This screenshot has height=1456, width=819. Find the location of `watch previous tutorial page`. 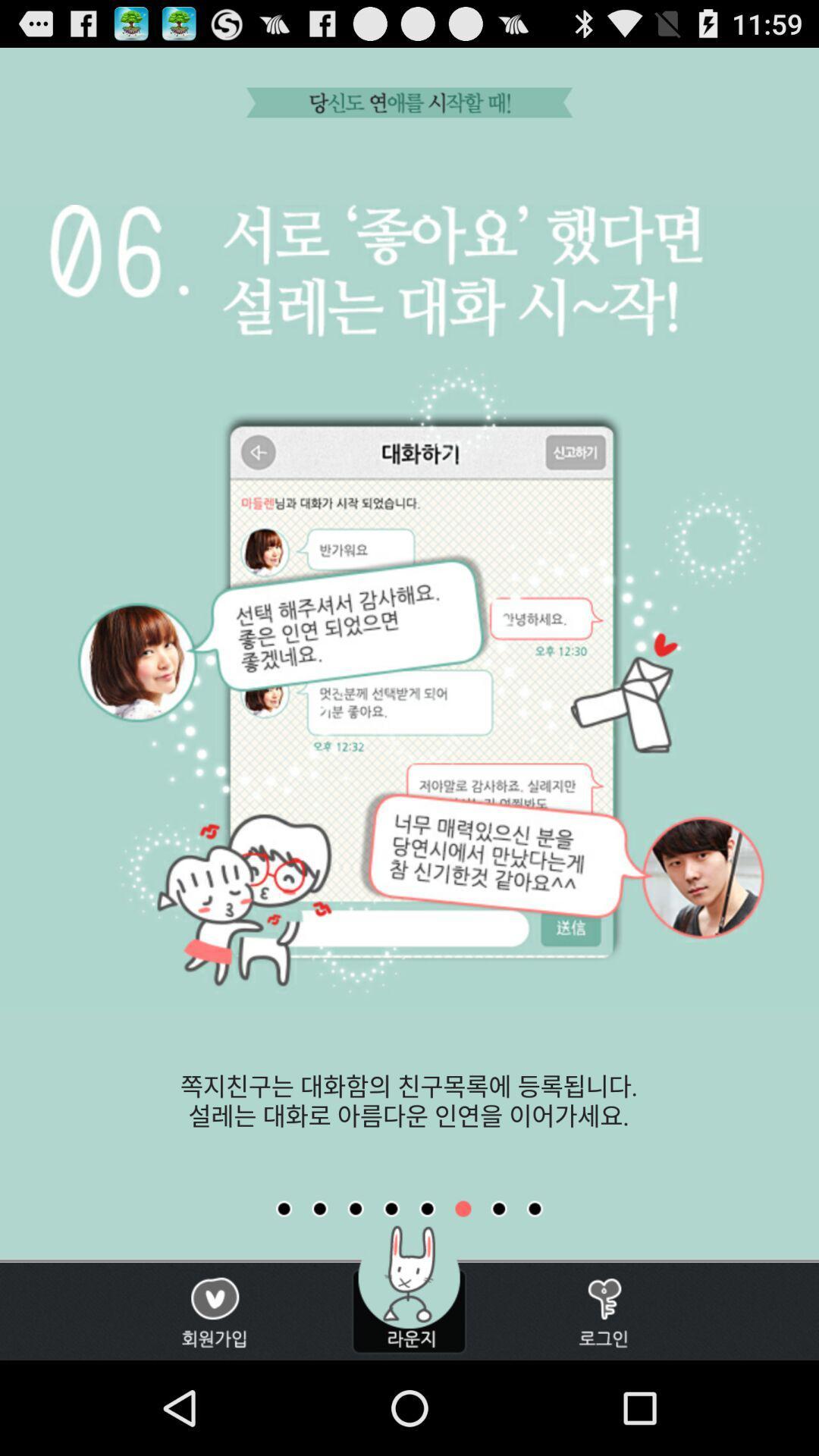

watch previous tutorial page is located at coordinates (427, 1208).